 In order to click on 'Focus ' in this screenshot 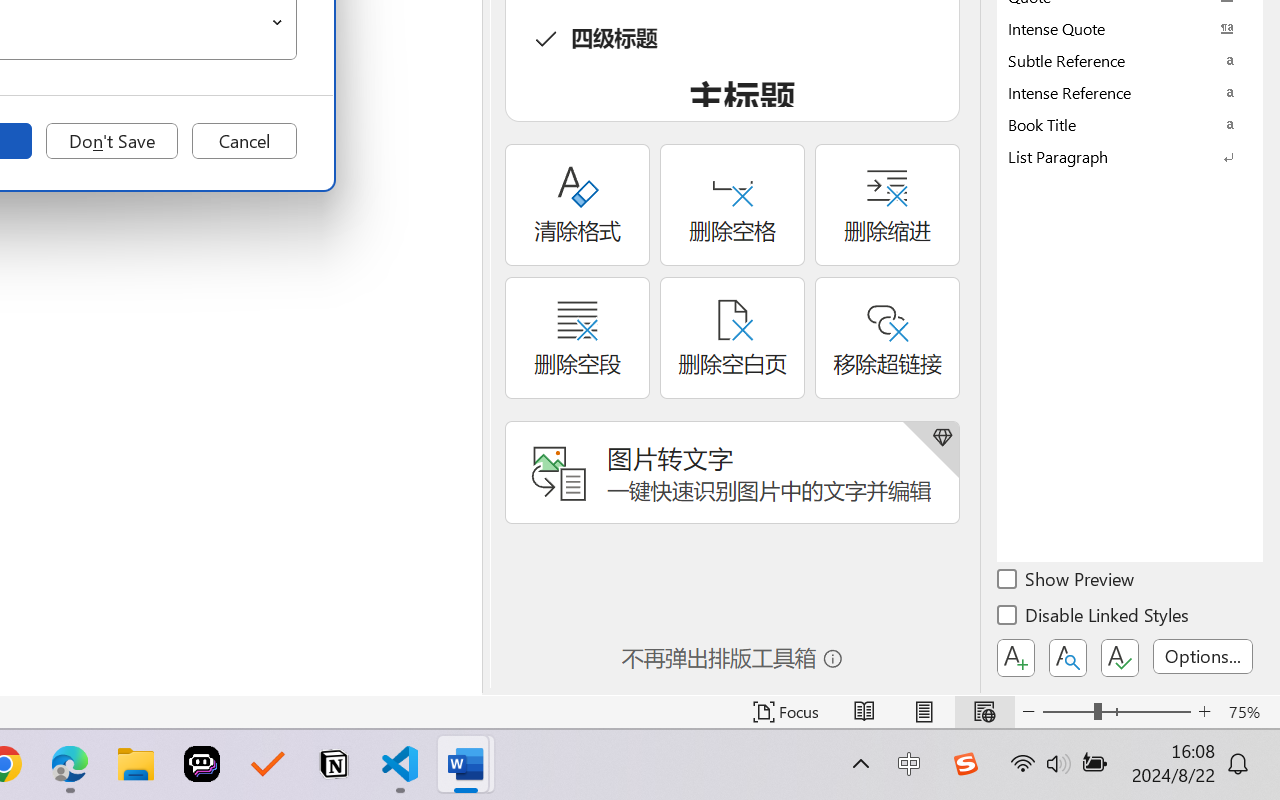, I will do `click(785, 711)`.